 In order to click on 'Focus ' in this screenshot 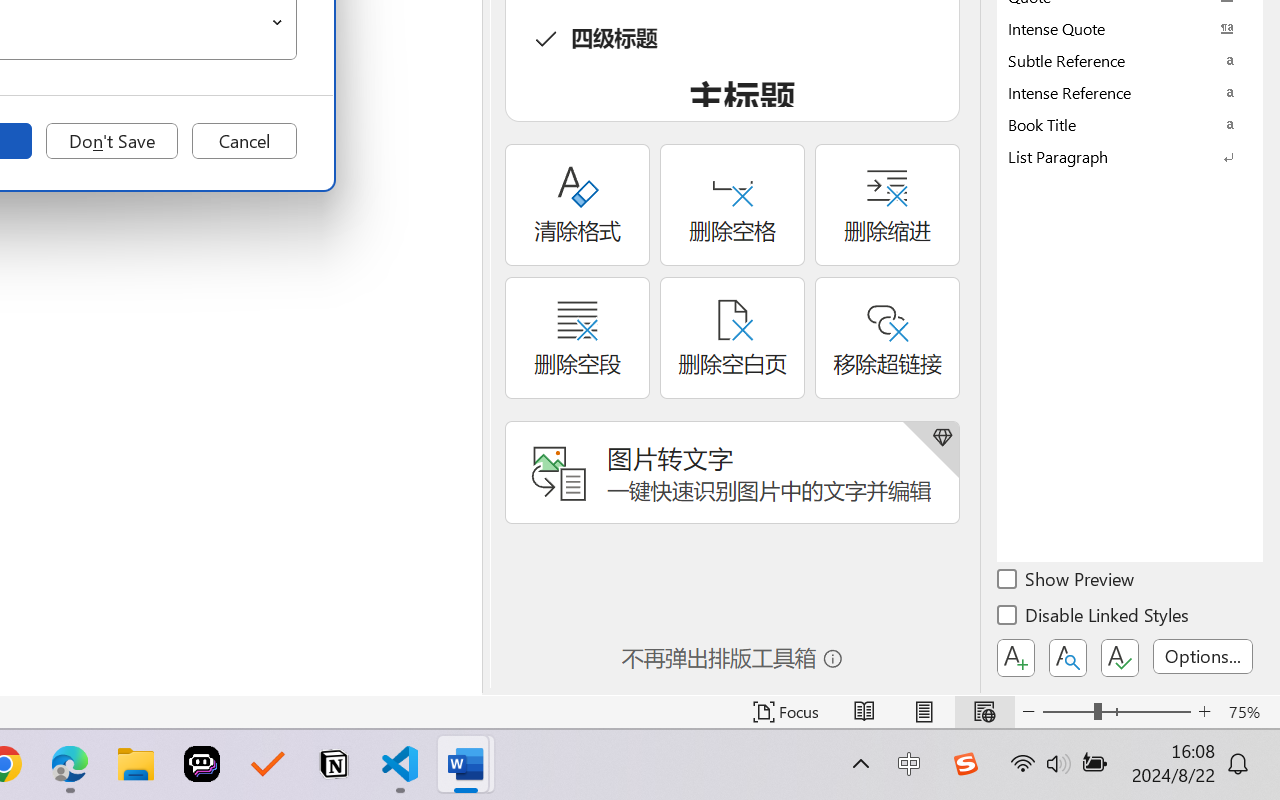, I will do `click(785, 711)`.